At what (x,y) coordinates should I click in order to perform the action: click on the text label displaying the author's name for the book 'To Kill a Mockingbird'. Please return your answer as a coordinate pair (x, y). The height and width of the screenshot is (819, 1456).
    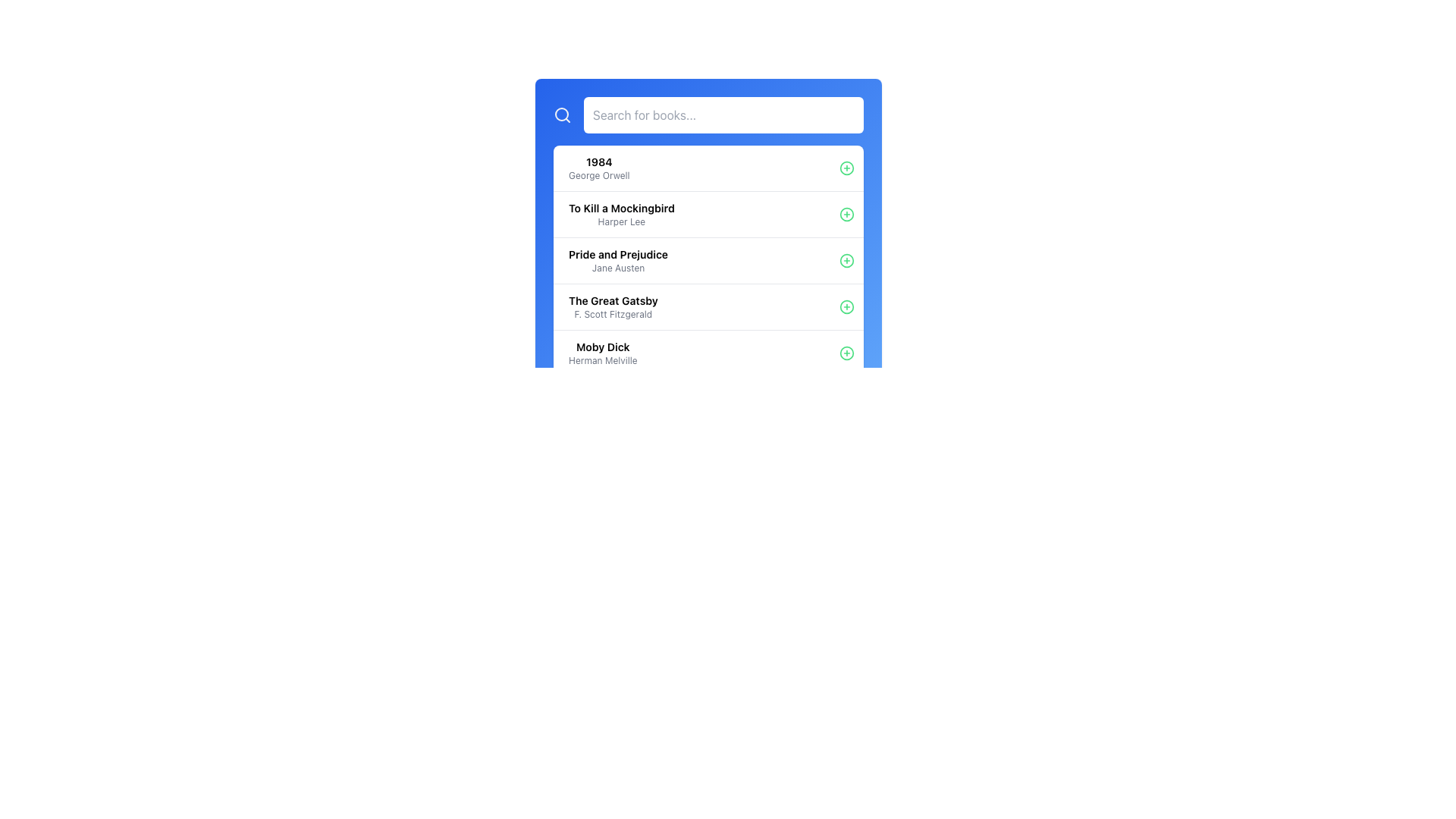
    Looking at the image, I should click on (621, 222).